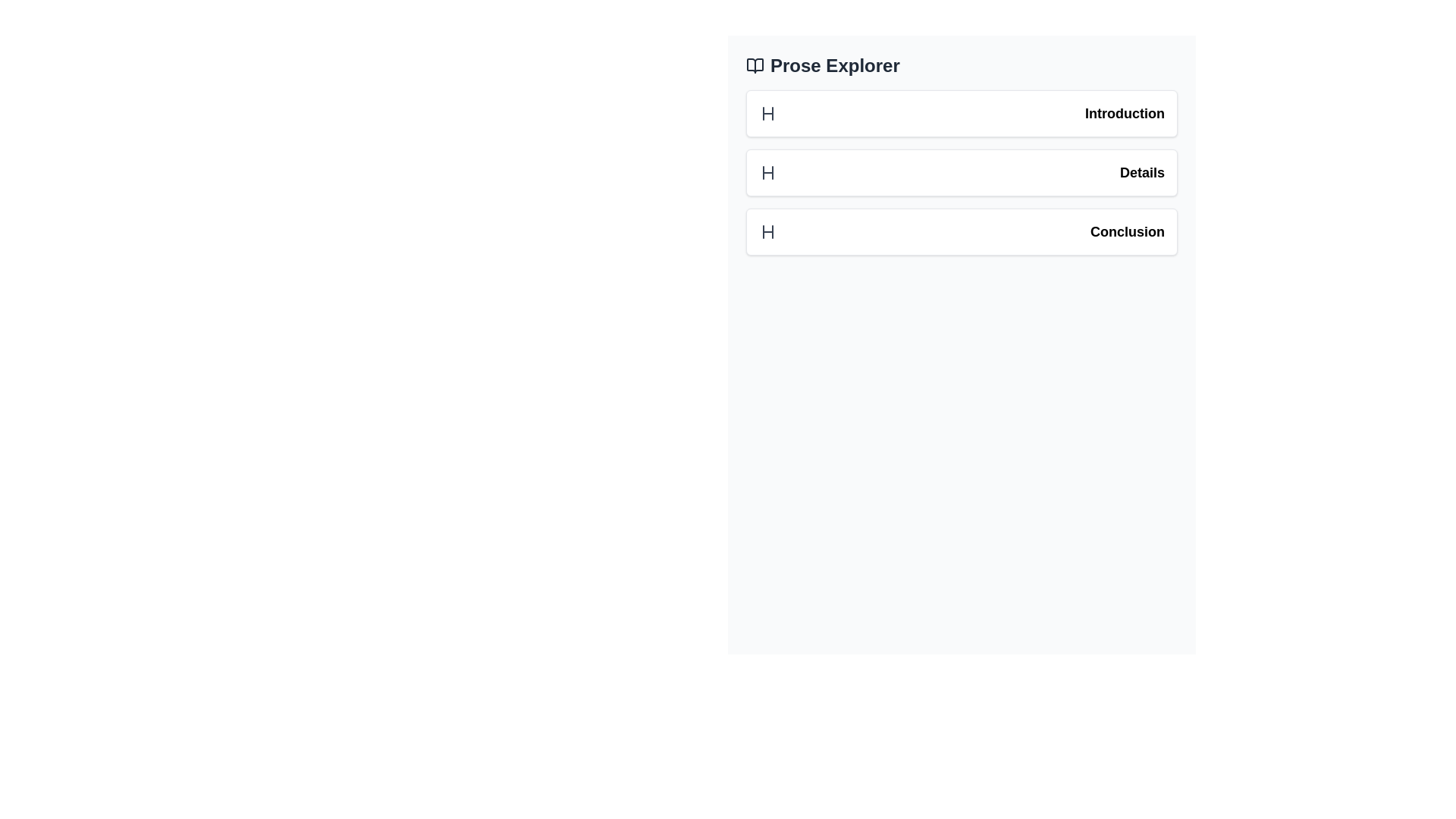 This screenshot has height=819, width=1456. What do you see at coordinates (961, 231) in the screenshot?
I see `the 'Conclusion' navigation item in the 'Prose Explorer' section for keyboard navigation` at bounding box center [961, 231].